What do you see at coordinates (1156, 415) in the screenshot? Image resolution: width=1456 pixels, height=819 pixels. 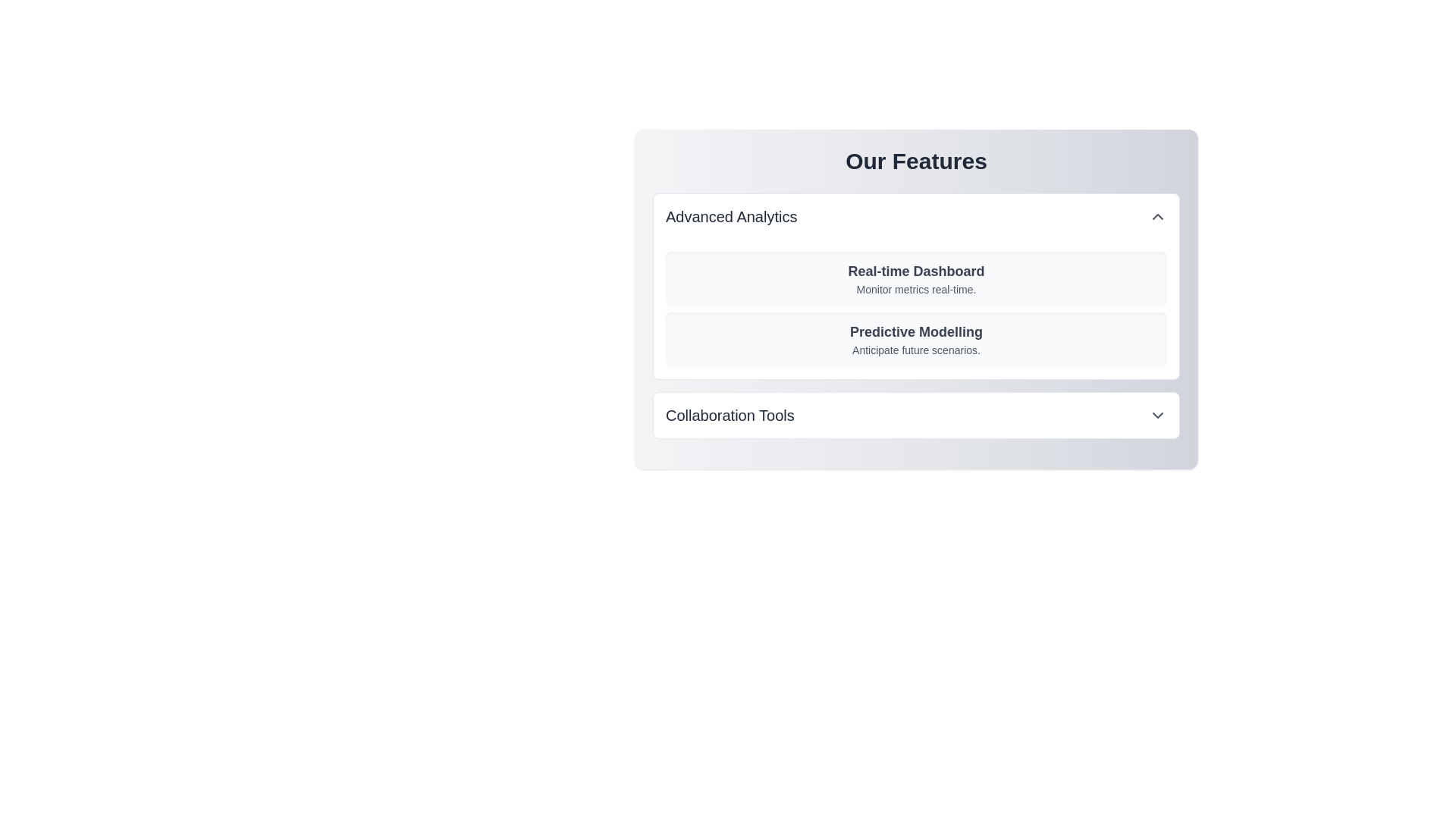 I see `the downward-facing chevron arrow dropdown toggle button located in the far-right section of the 'Collaboration Tools' row` at bounding box center [1156, 415].